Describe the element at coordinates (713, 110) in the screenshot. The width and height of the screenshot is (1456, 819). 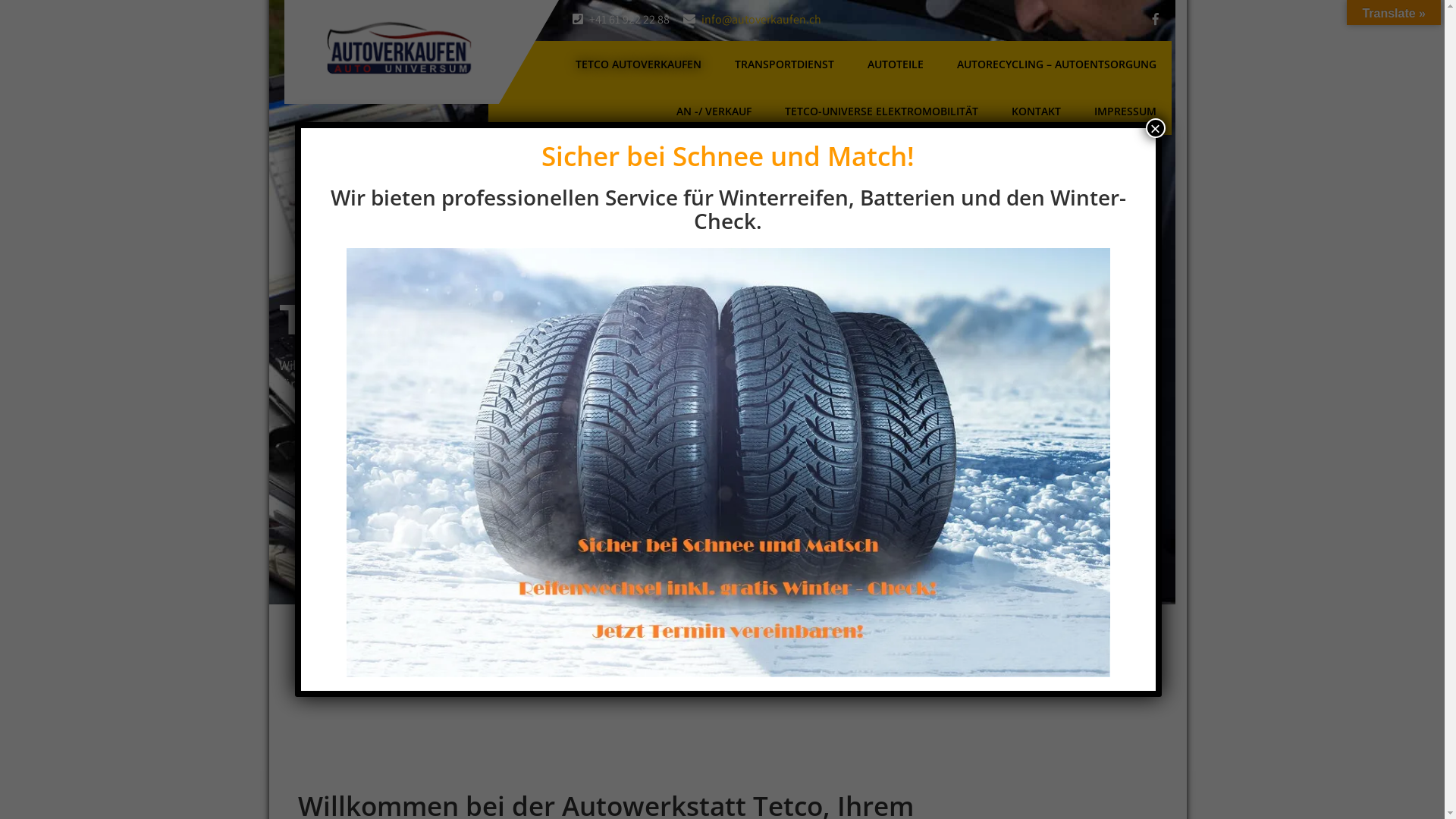
I see `'AN -/ VERKAUF'` at that location.